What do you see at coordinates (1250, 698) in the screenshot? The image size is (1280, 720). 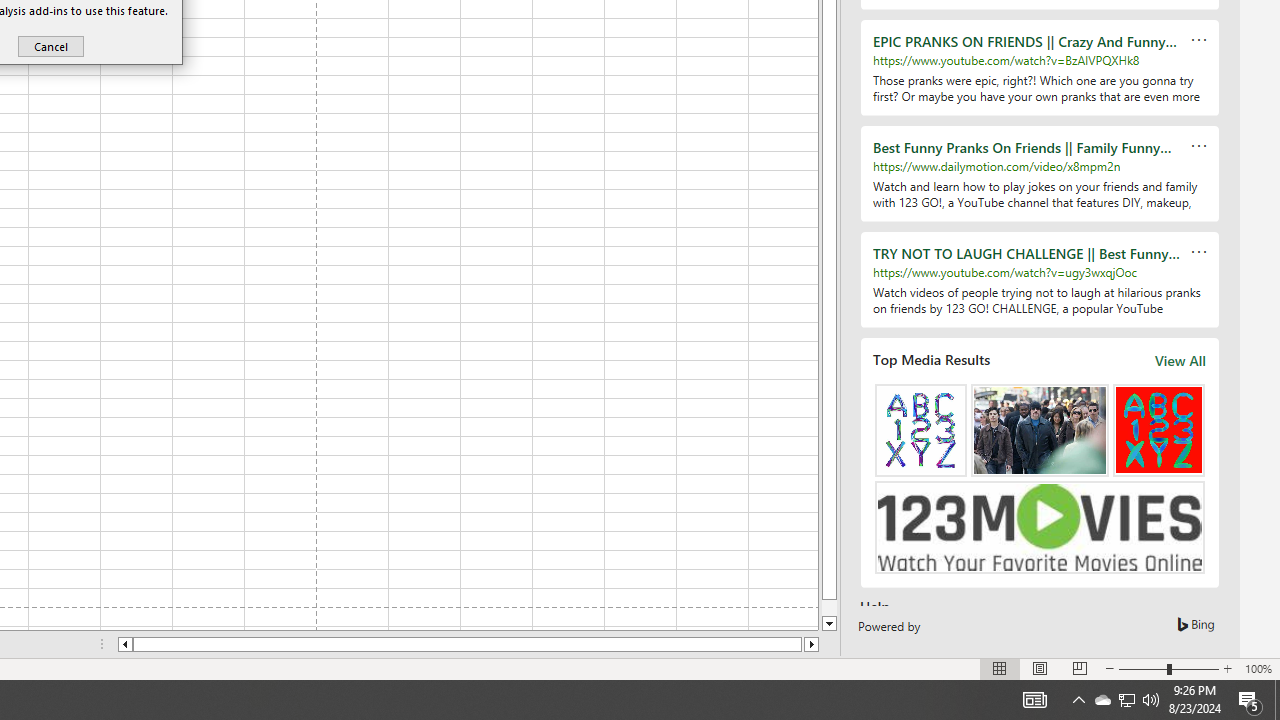 I see `'Action Center, 5 new notifications'` at bounding box center [1250, 698].